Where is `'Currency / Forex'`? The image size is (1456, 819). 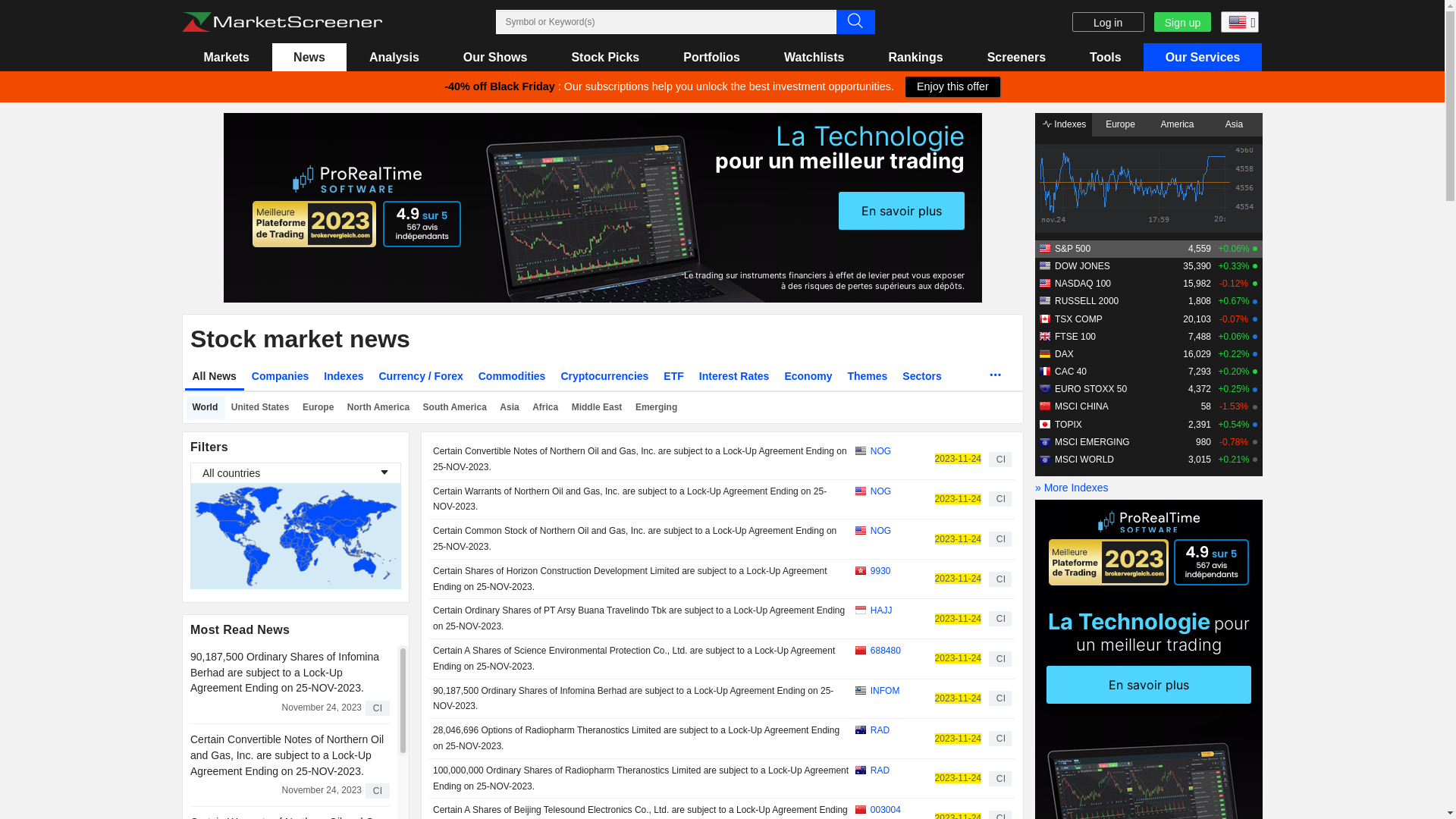
'Currency / Forex' is located at coordinates (420, 375).